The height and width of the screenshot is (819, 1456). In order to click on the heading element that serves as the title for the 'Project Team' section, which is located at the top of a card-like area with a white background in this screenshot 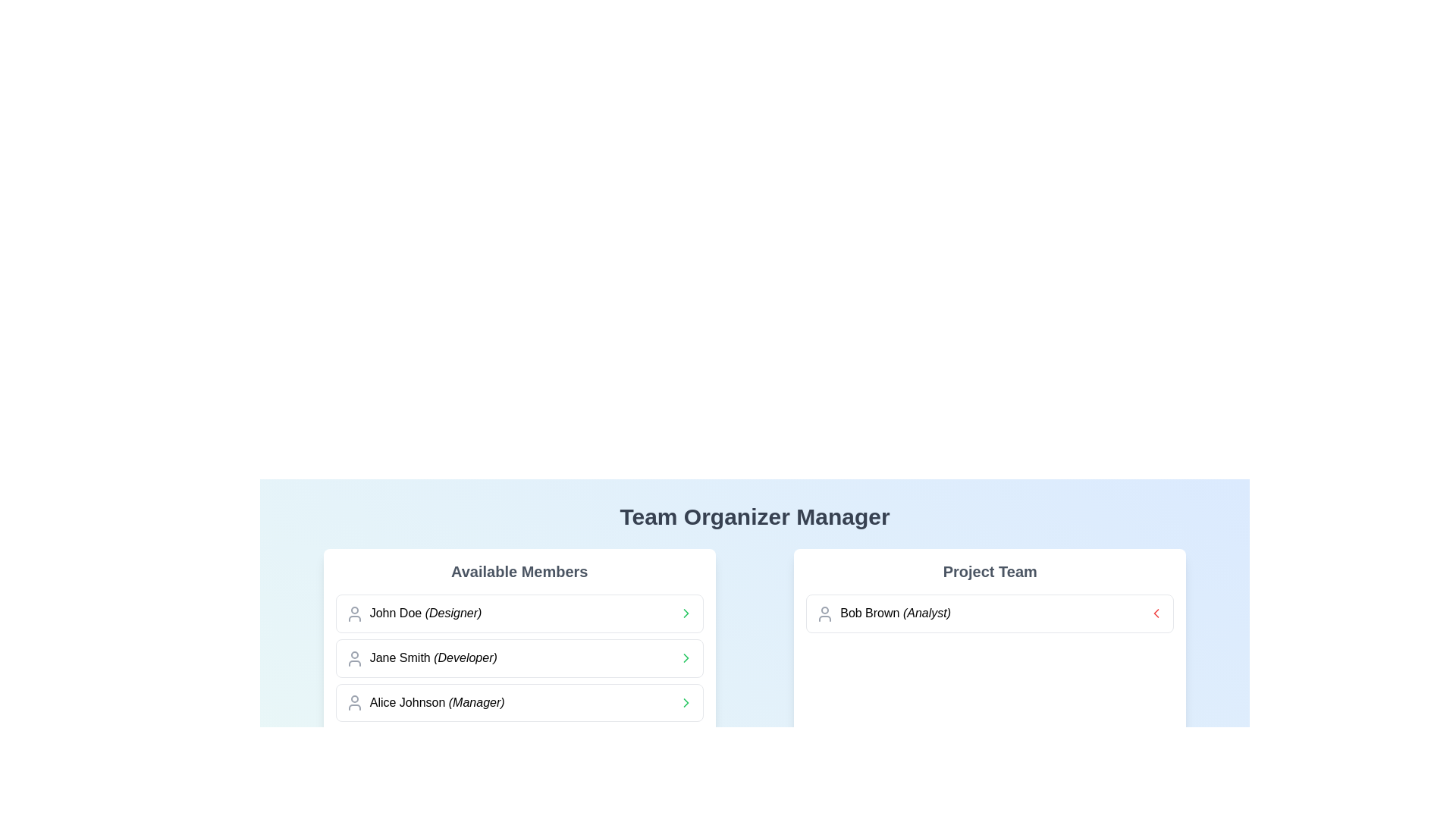, I will do `click(990, 571)`.